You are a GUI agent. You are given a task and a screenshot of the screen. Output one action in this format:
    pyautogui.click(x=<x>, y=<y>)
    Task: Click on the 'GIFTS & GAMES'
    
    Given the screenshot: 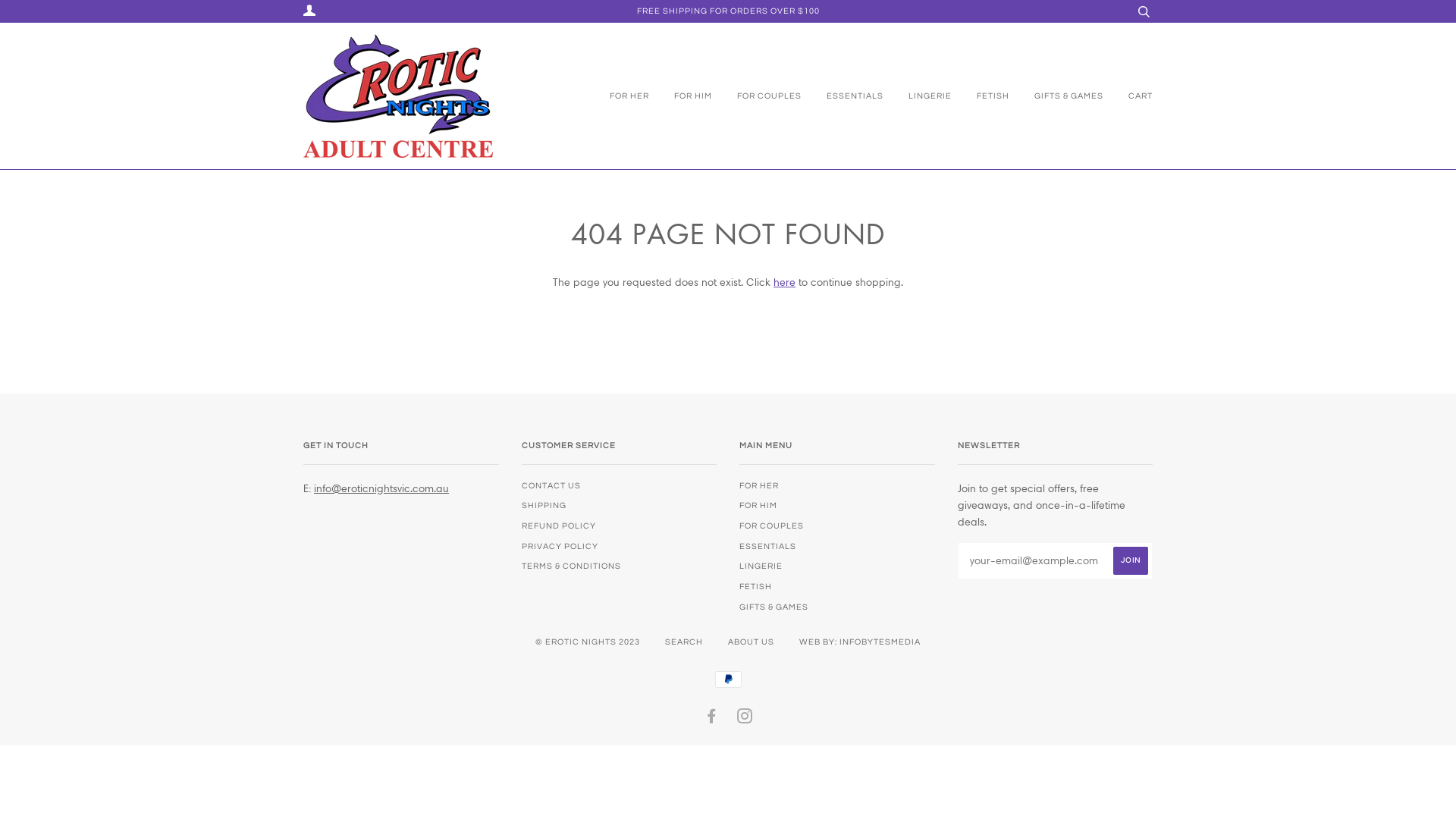 What is the action you would take?
    pyautogui.click(x=773, y=606)
    